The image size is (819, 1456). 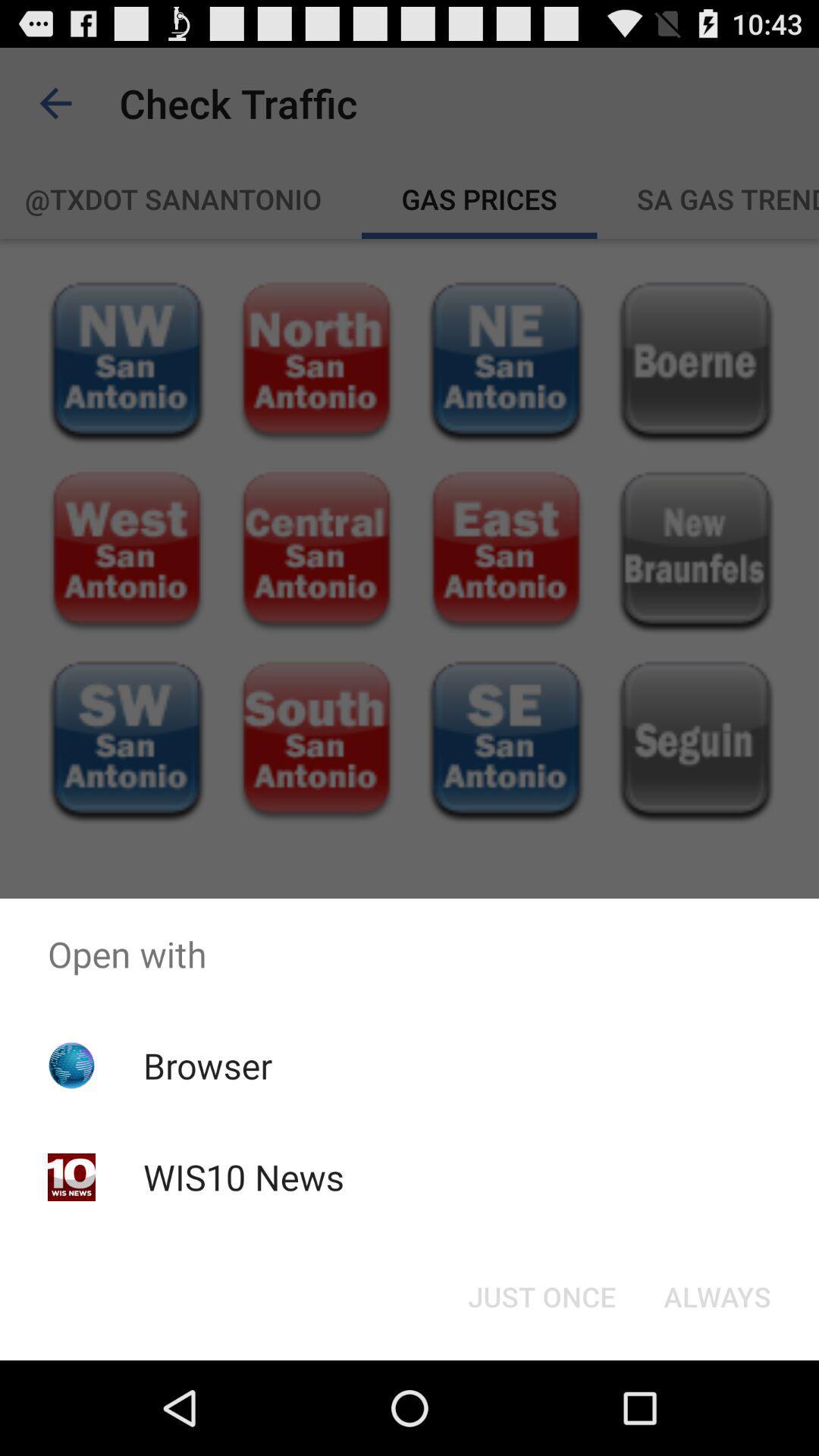 What do you see at coordinates (717, 1295) in the screenshot?
I see `icon at the bottom right corner` at bounding box center [717, 1295].